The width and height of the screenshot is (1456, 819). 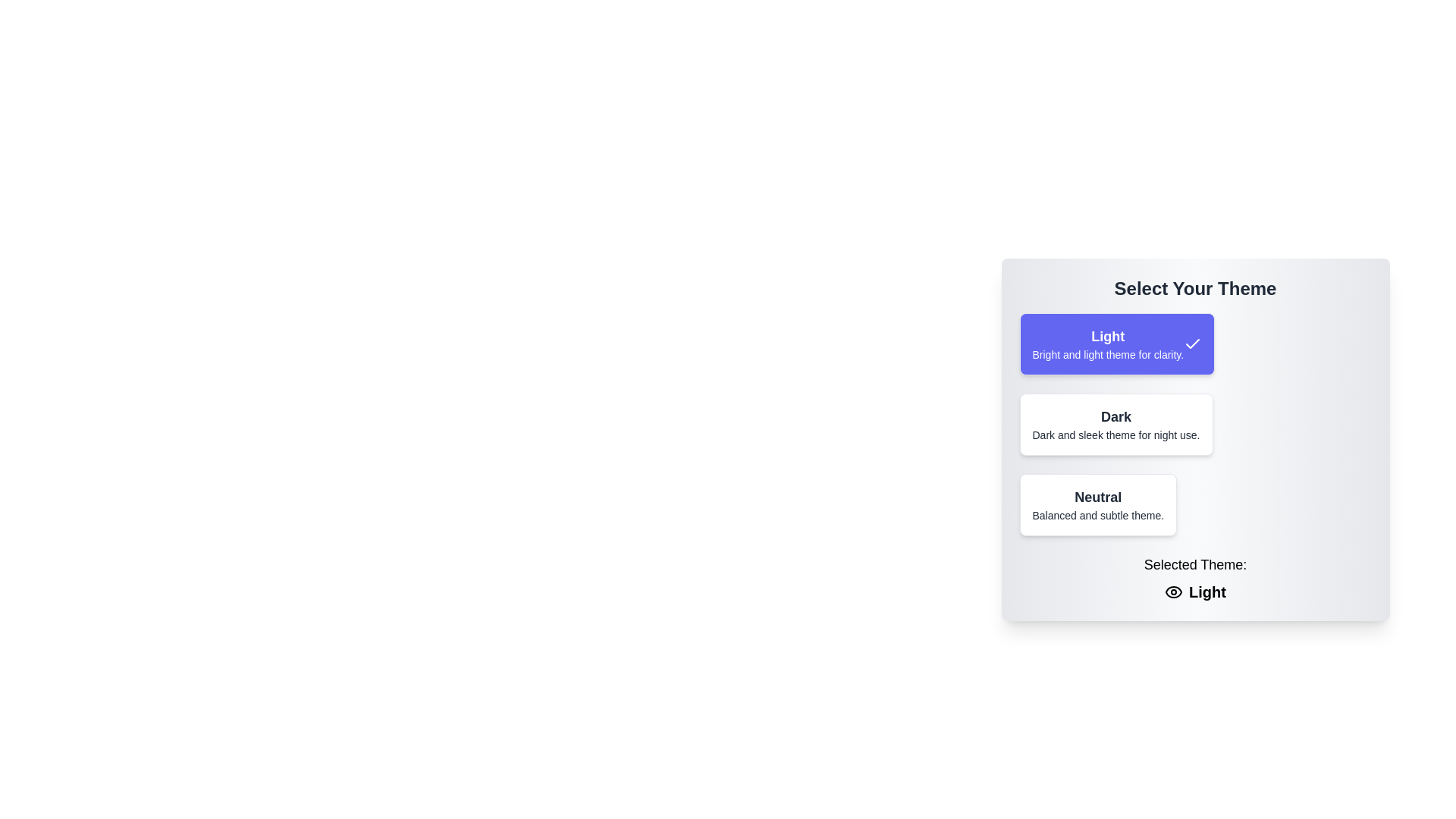 I want to click on the text element indicating the title of the theme 'Dark' in the theme selection component, which is located inside the second option of the theme selector buttons, so click(x=1116, y=417).